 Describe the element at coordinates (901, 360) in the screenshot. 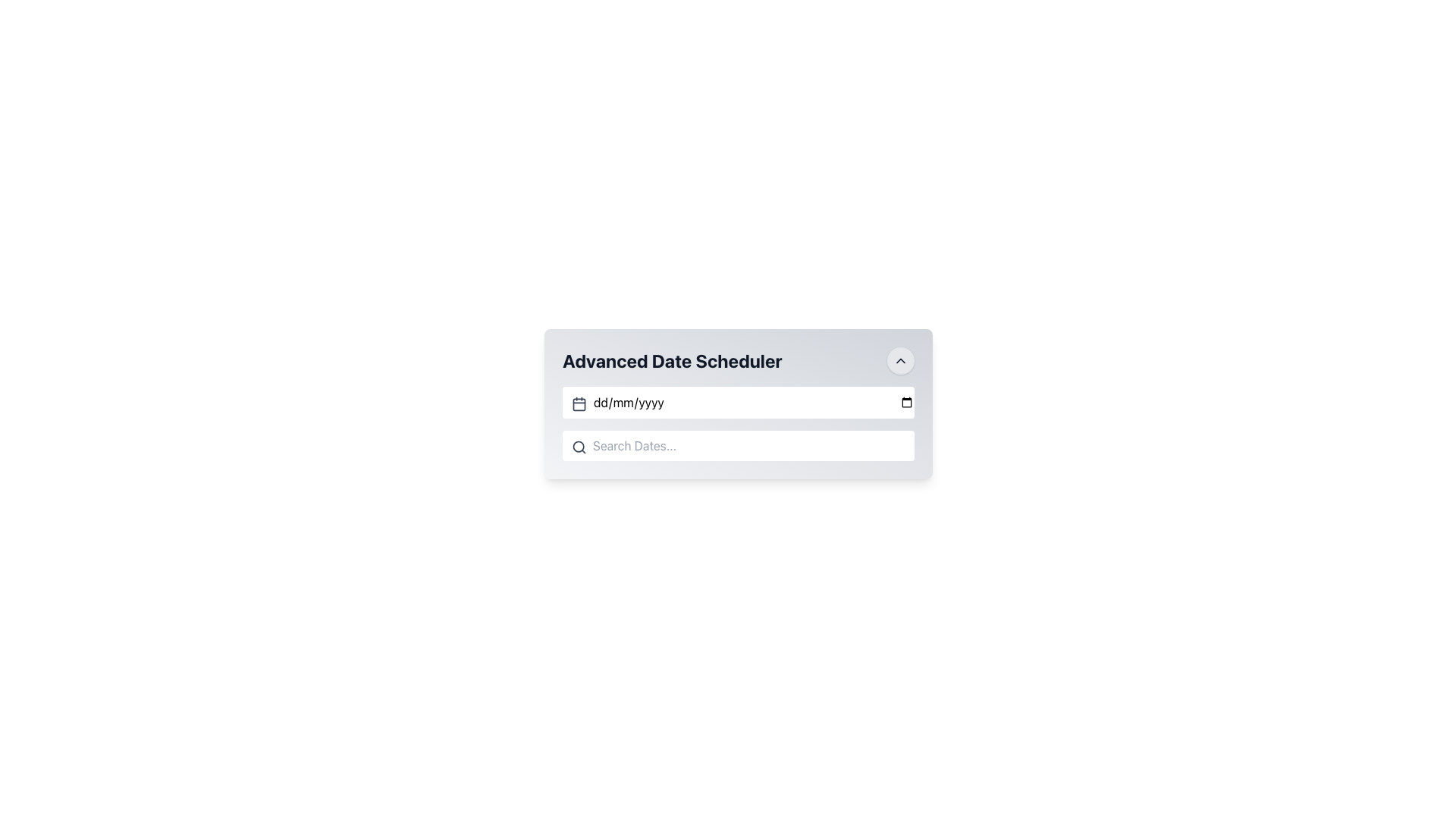

I see `the upwards-facing chevron icon within the circular button located at the top-right corner of the 'Advanced Date Scheduler' card` at that location.